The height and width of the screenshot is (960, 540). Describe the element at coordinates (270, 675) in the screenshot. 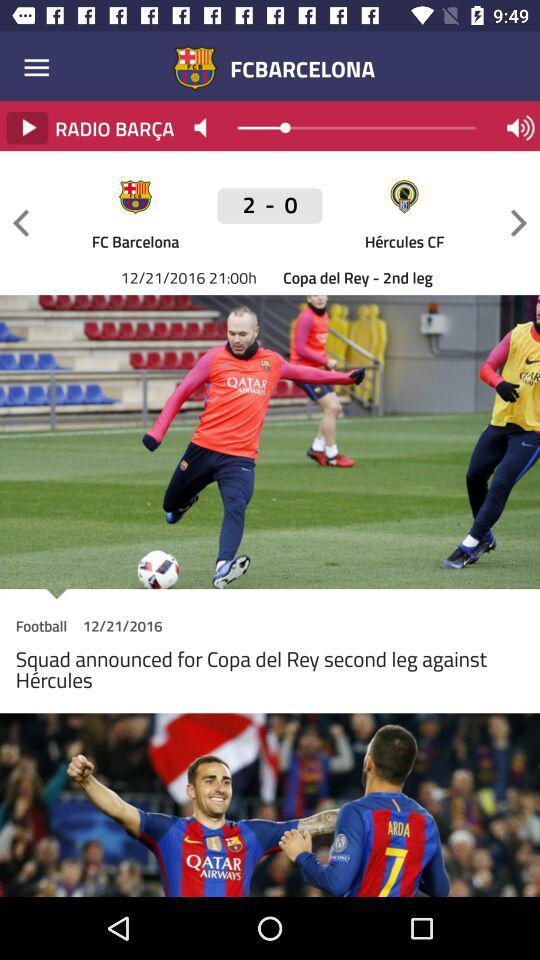

I see `the squad announced for icon` at that location.